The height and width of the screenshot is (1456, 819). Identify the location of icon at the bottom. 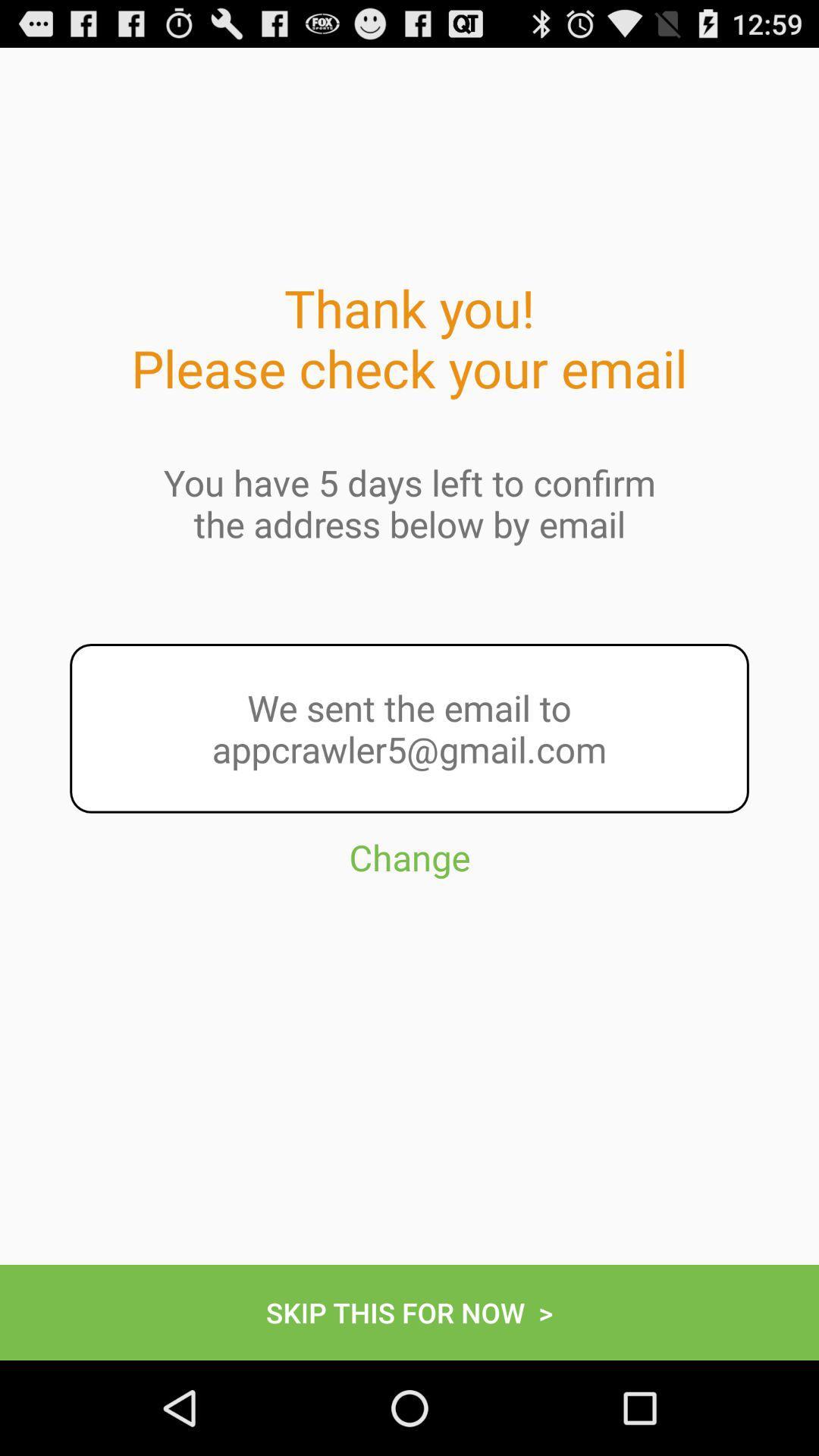
(409, 1312).